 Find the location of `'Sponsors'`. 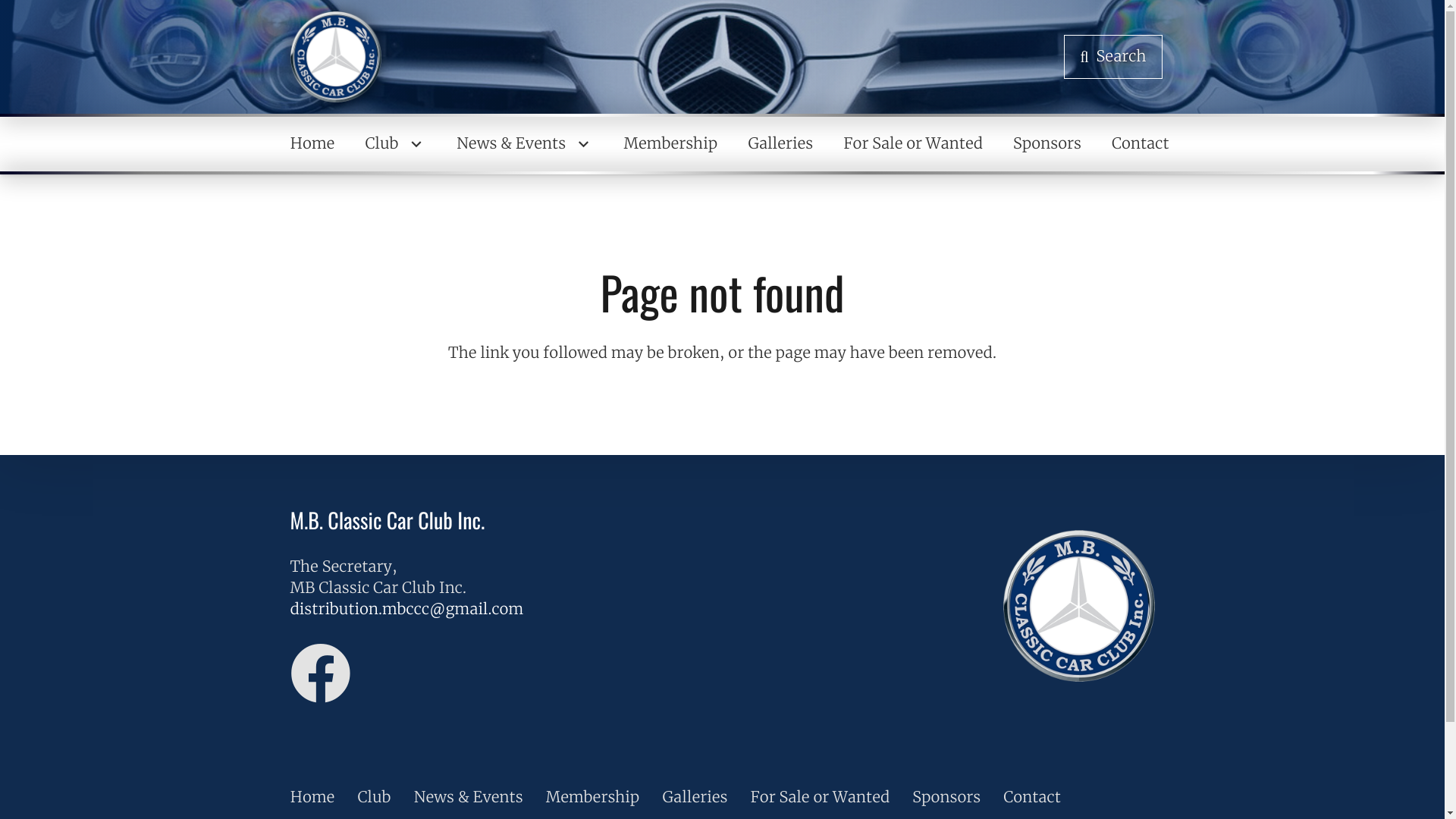

'Sponsors' is located at coordinates (946, 796).